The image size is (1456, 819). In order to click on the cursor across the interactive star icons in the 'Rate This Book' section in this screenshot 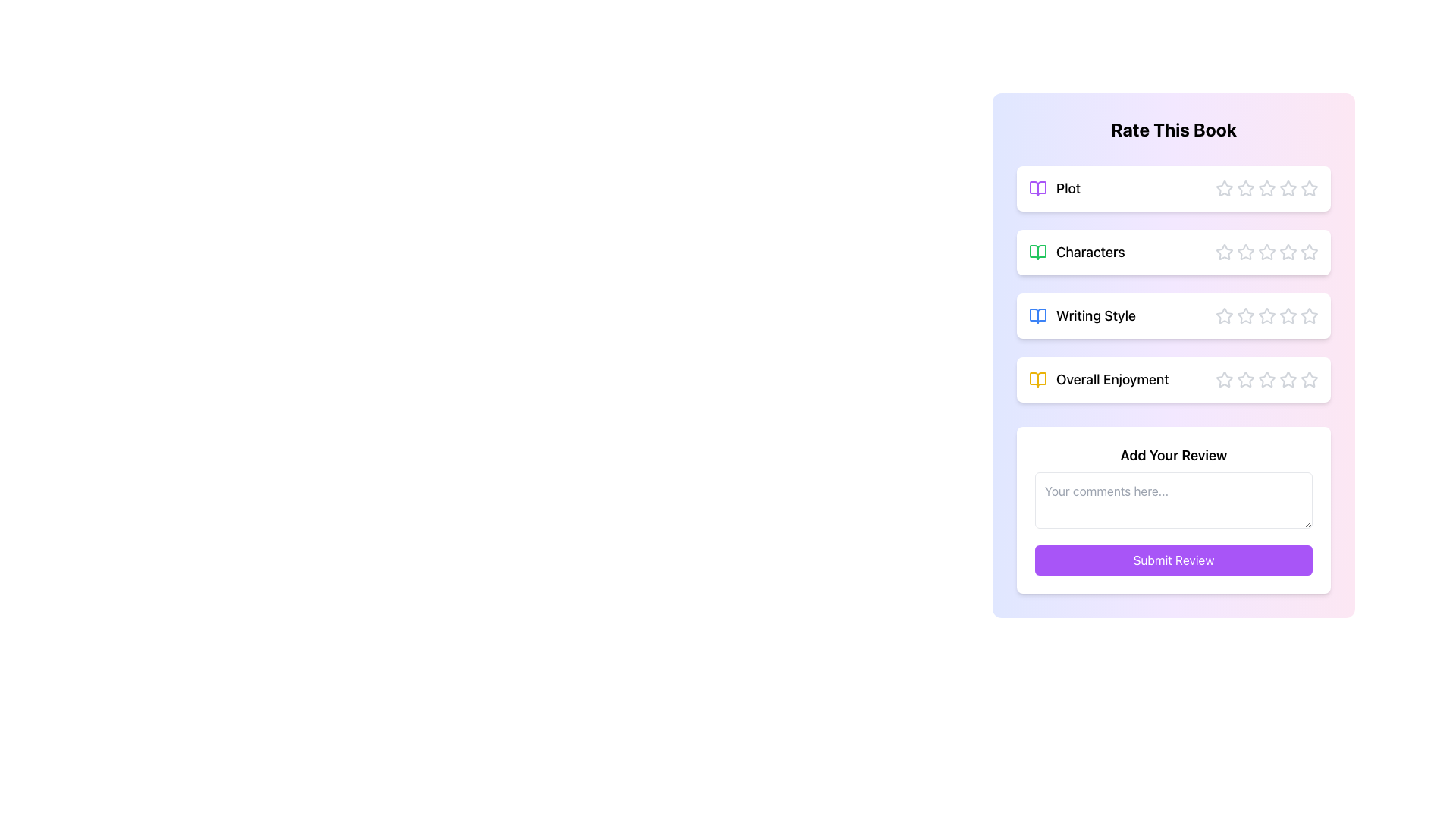, I will do `click(1173, 284)`.